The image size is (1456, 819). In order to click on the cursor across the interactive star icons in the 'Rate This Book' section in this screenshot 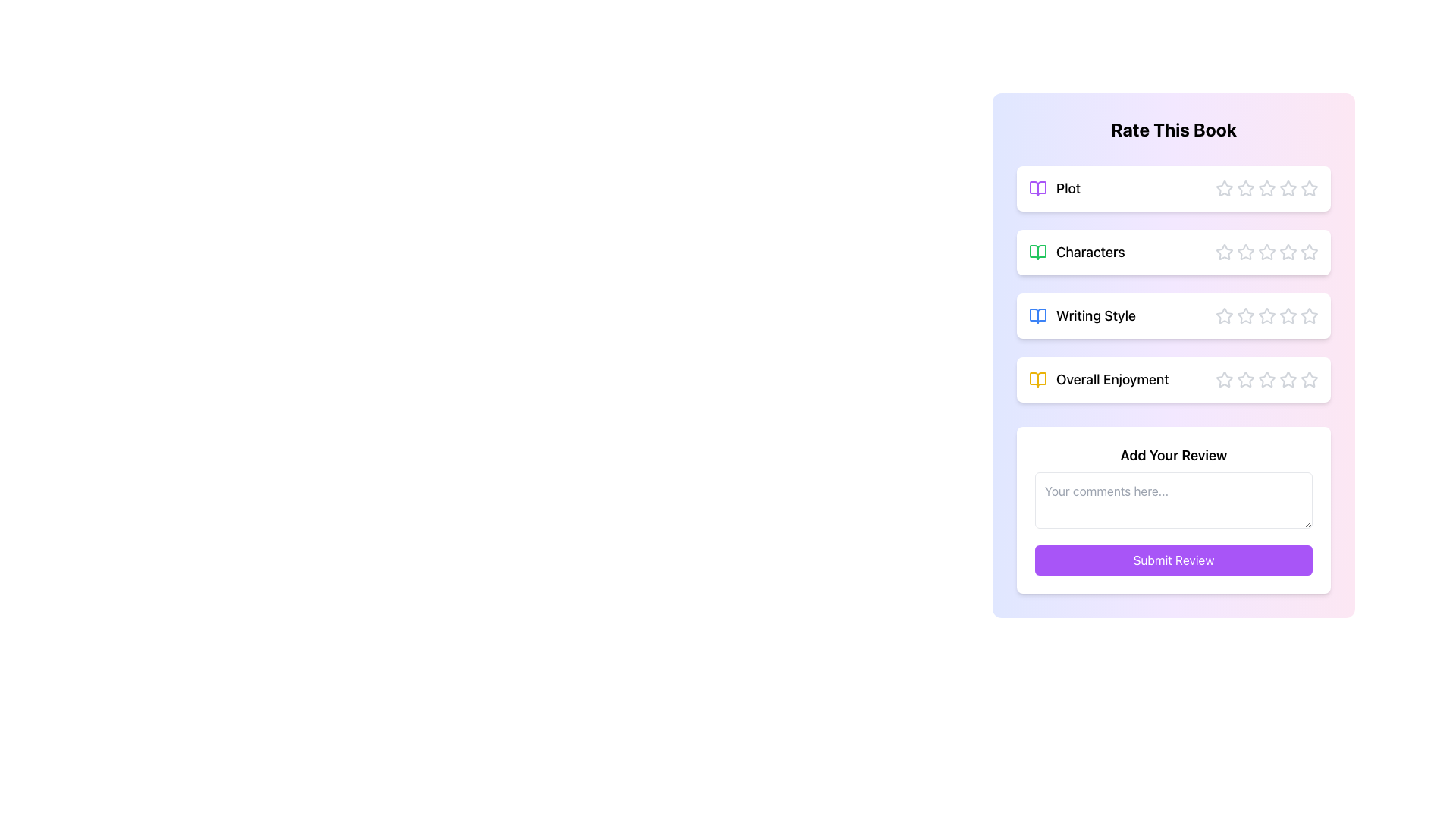, I will do `click(1173, 284)`.